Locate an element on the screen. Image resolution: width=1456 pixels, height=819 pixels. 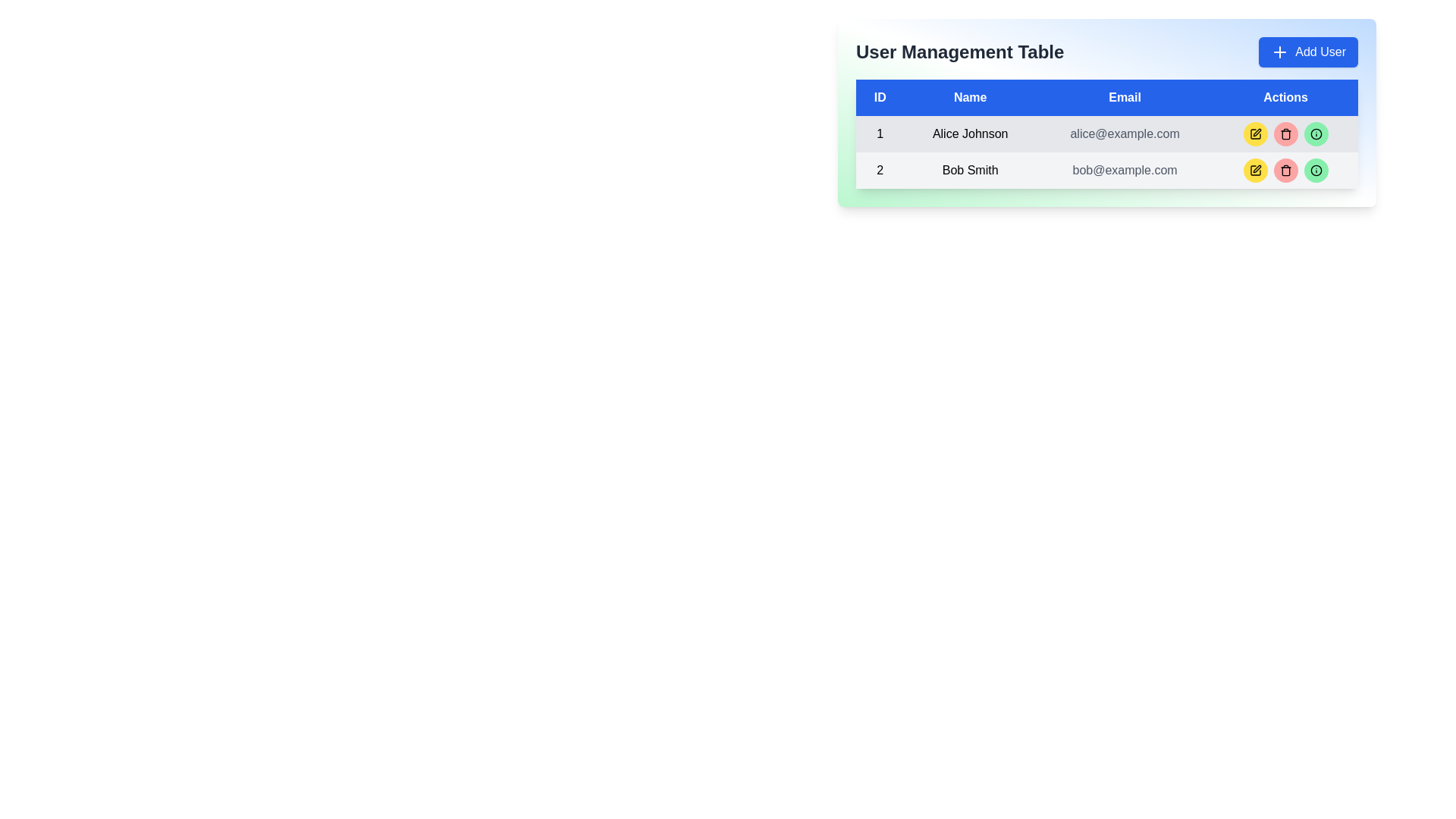
the circular yellow edit button with a black border in the Actions column of the user management table for the user 'Bob Smith' is located at coordinates (1255, 170).